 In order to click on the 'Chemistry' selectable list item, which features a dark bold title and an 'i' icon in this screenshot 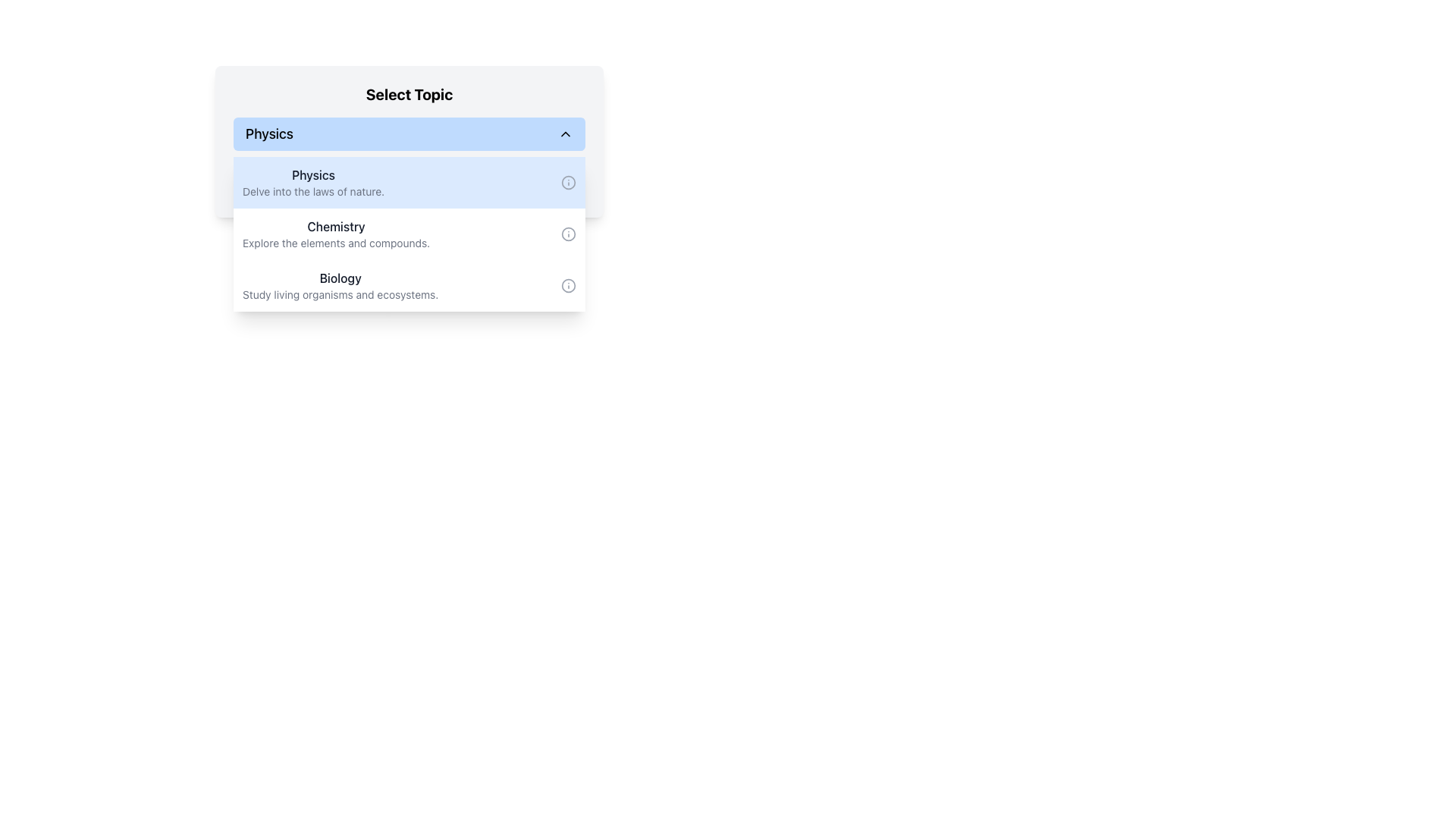, I will do `click(409, 234)`.